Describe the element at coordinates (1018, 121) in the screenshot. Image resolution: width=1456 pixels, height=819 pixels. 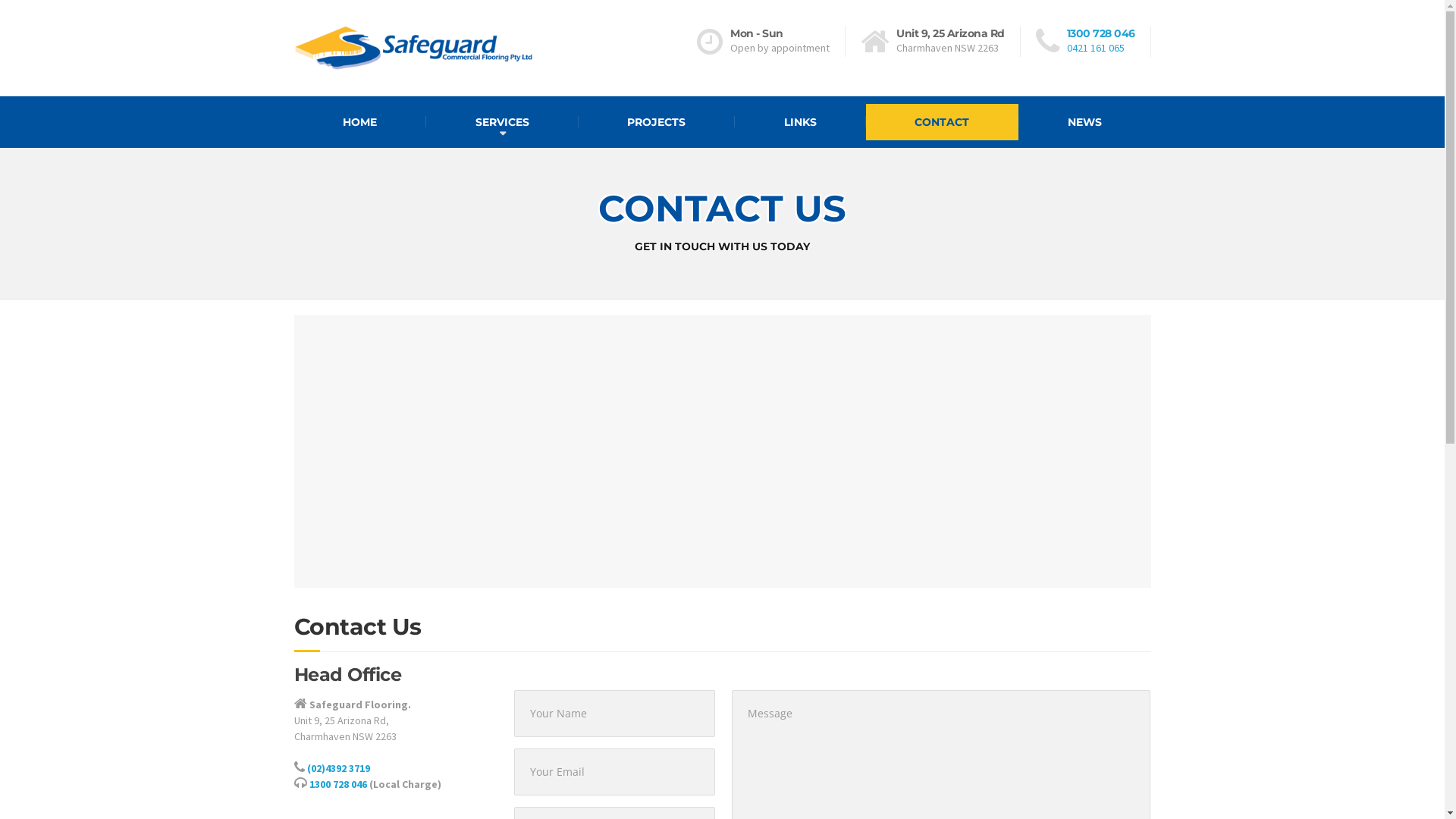
I see `'NEWS'` at that location.